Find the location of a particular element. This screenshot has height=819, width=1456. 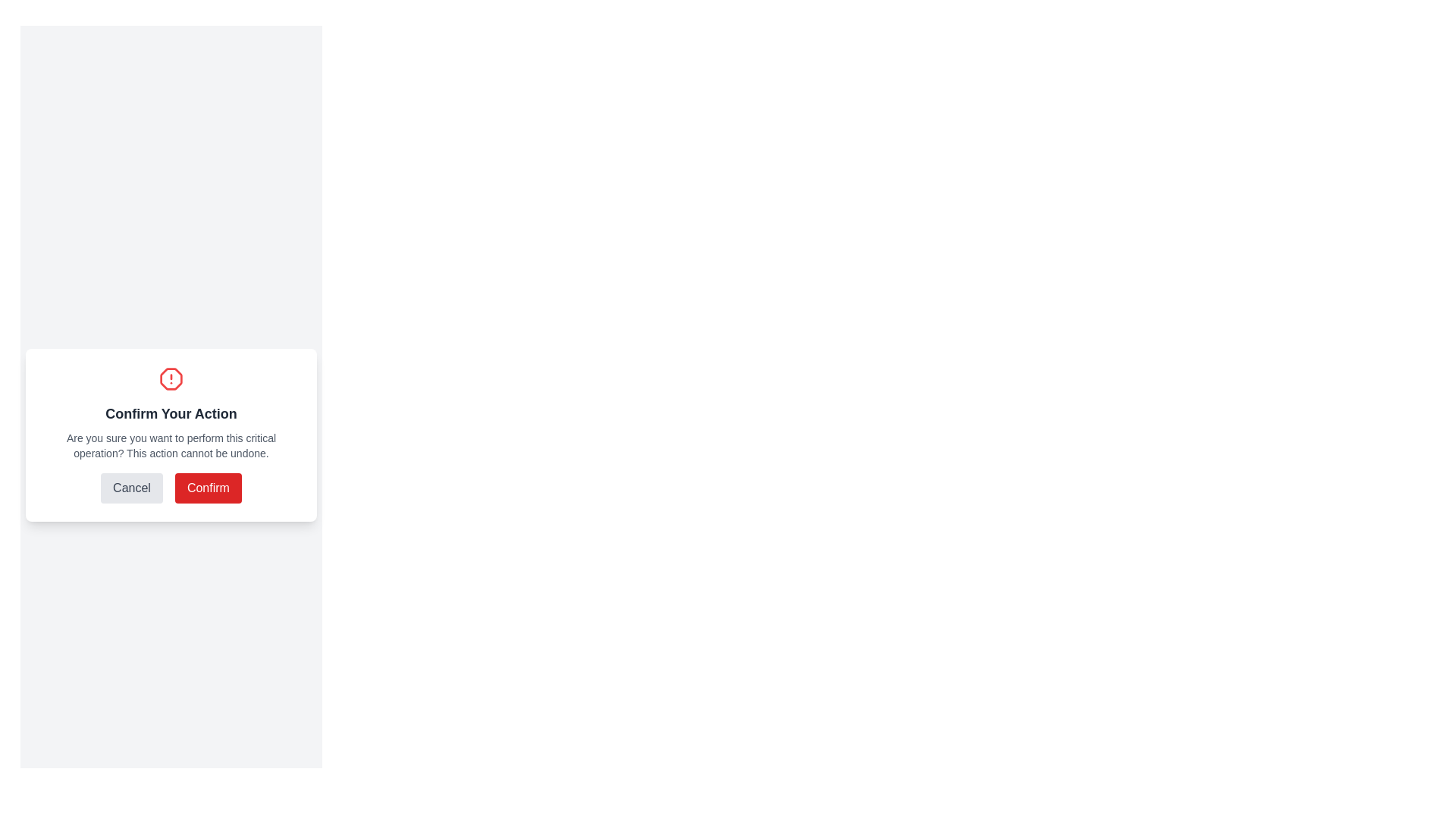

text label that serves as a heading in the modal dialog, positioned below a red icon and above a descriptive paragraph is located at coordinates (171, 414).